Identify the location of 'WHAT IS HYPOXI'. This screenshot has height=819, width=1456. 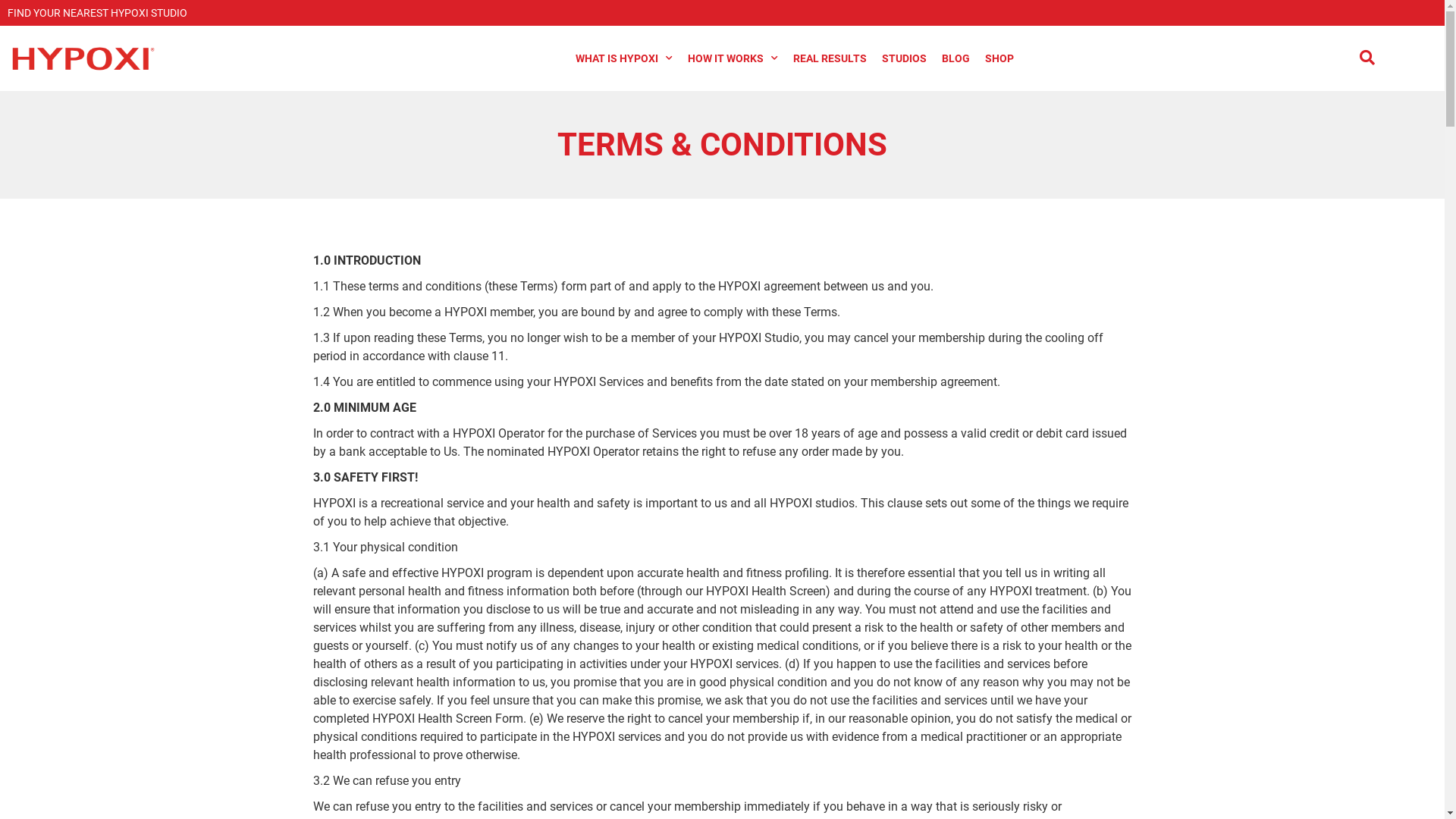
(623, 58).